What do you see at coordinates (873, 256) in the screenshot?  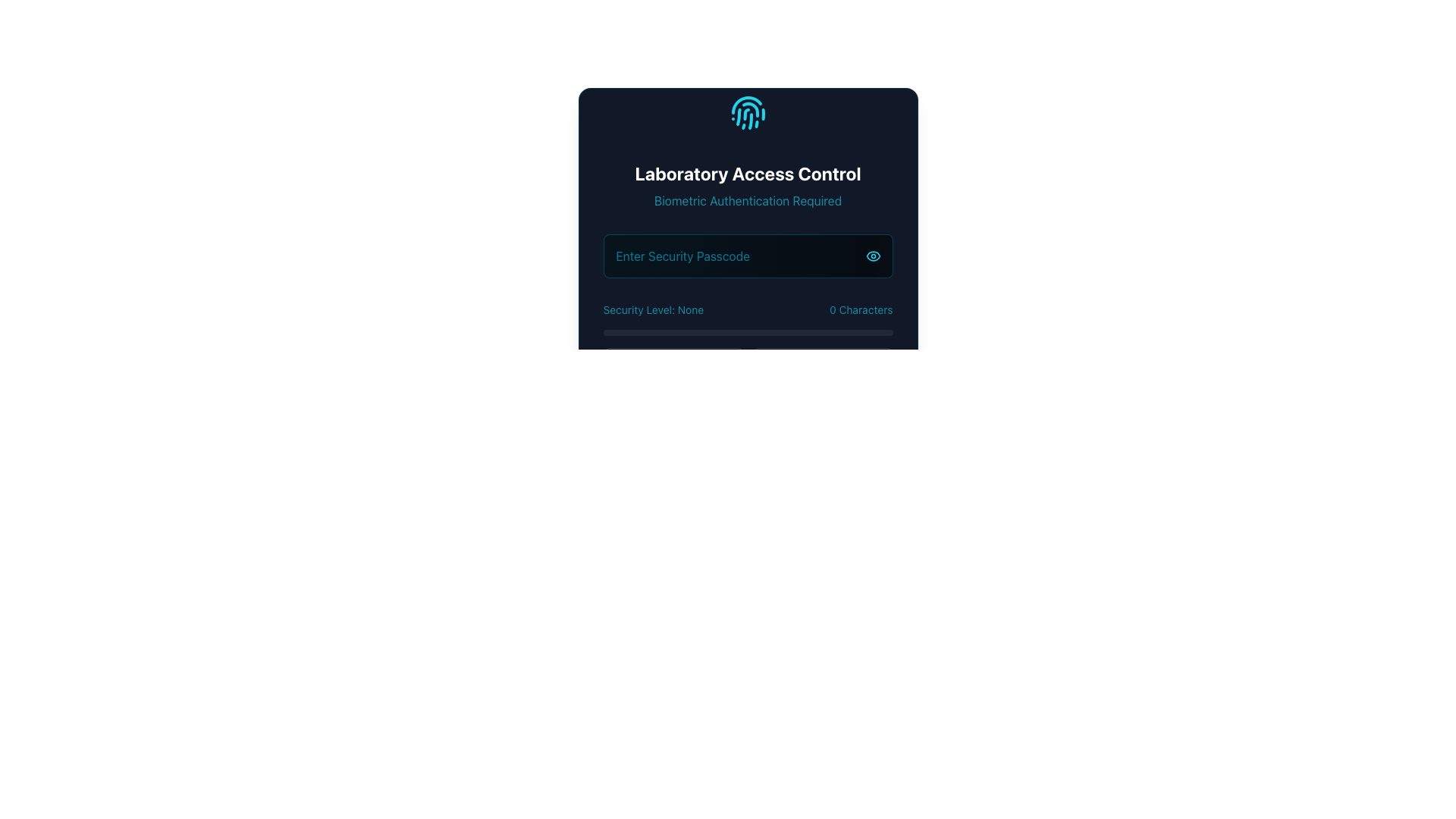 I see `the password visibility toggle icon located at the far right of the password input field to observe changes in styling` at bounding box center [873, 256].